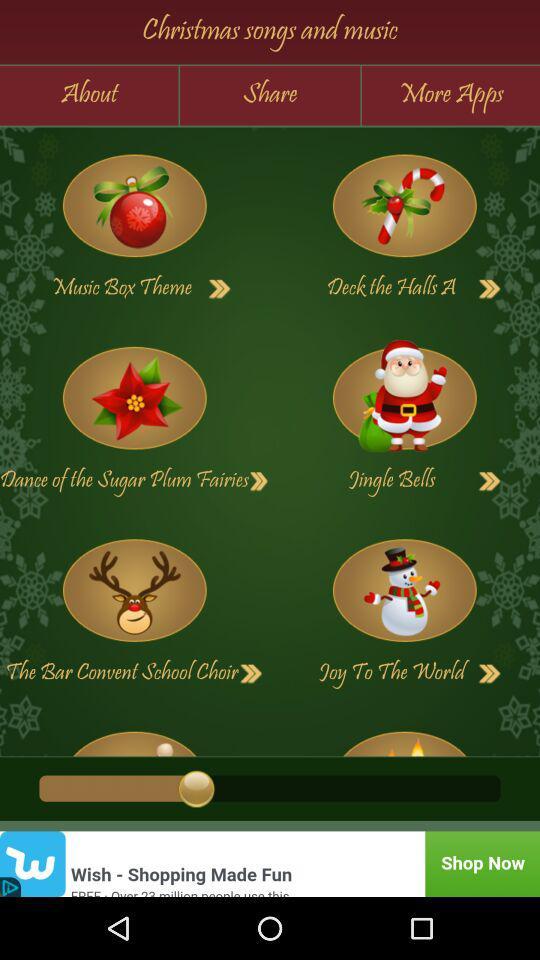 This screenshot has height=960, width=540. Describe the element at coordinates (489, 288) in the screenshot. I see `next page` at that location.